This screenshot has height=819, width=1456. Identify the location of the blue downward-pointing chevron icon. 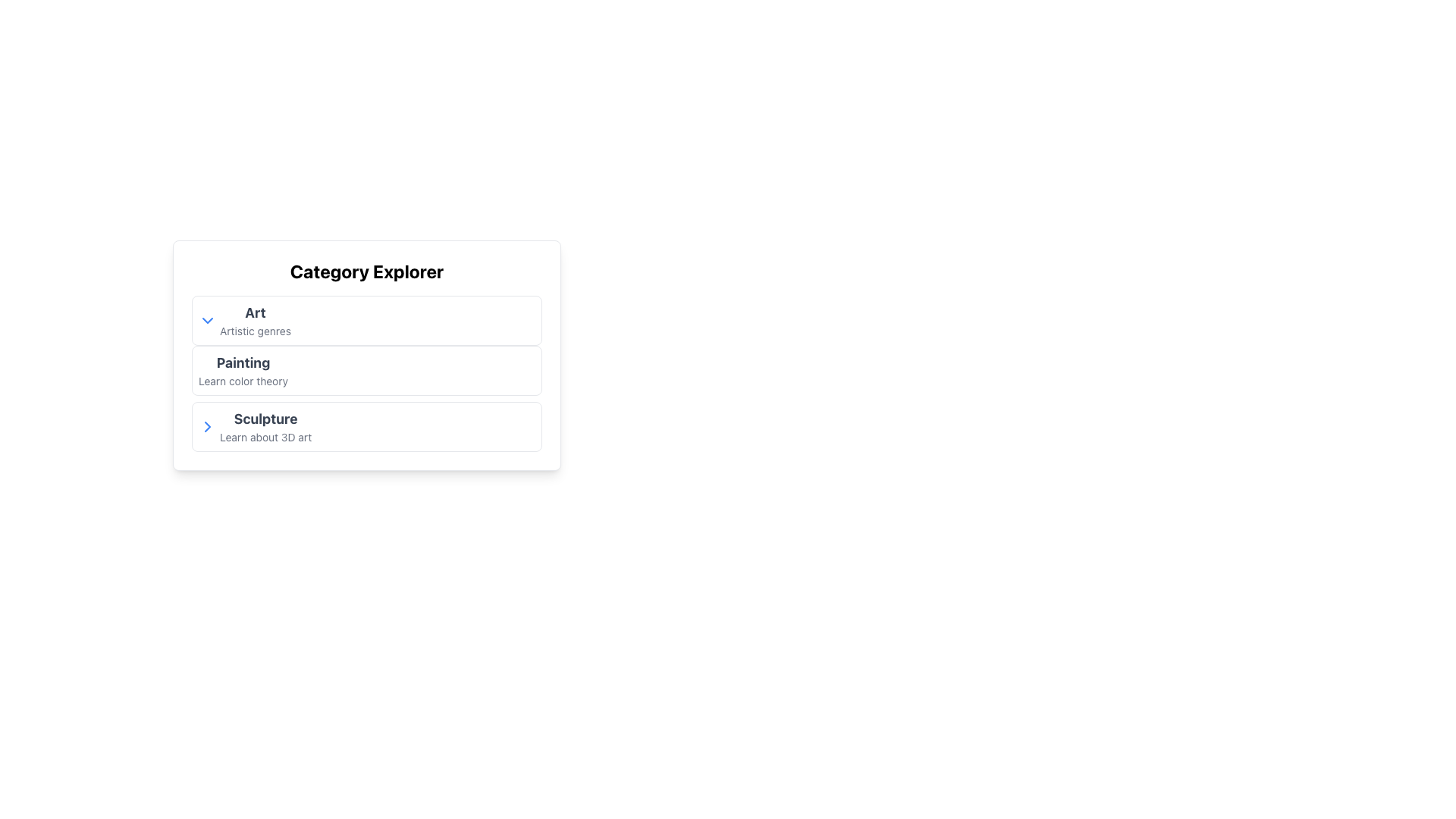
(206, 320).